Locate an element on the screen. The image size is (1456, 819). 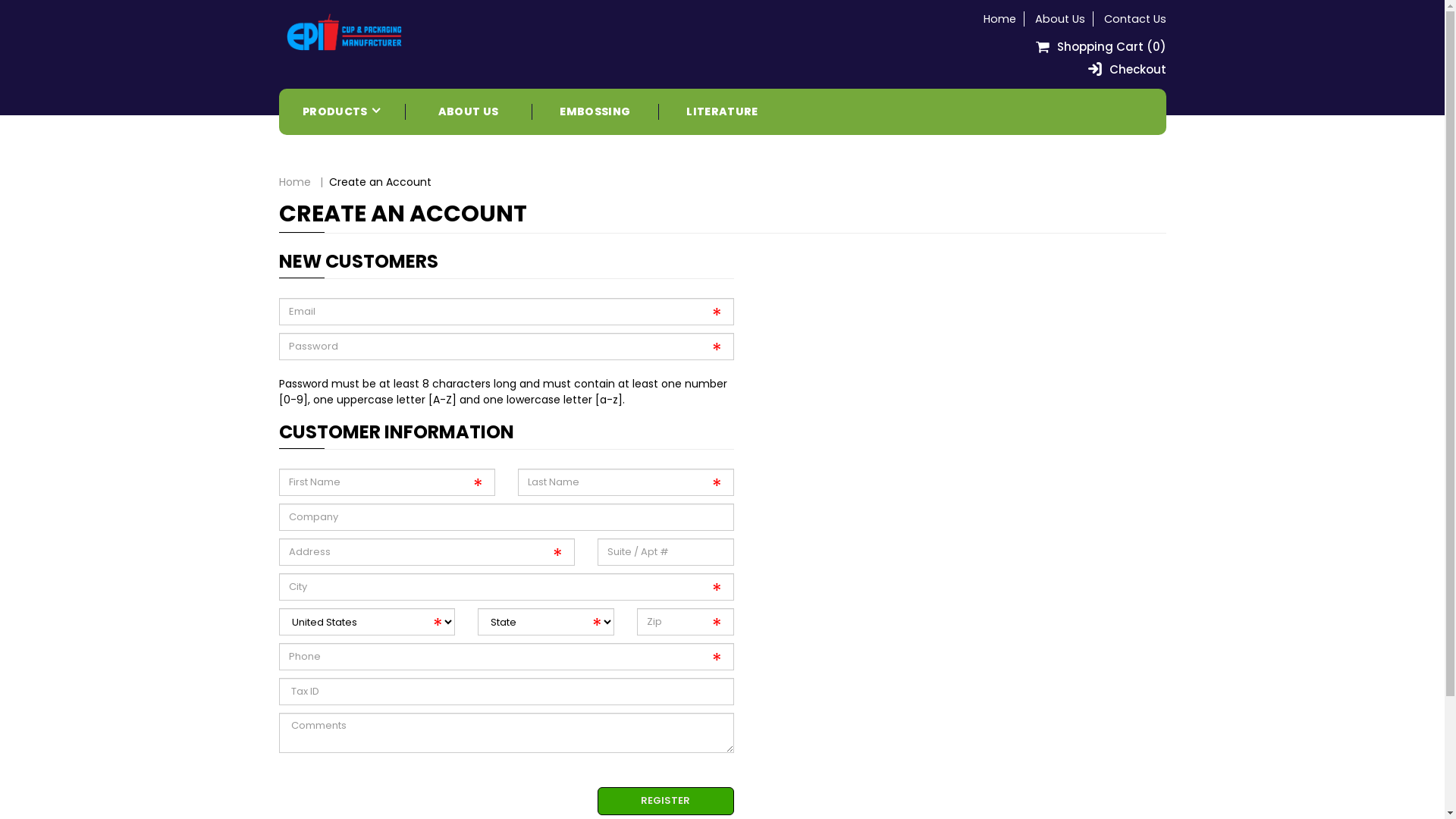
'Checkout' is located at coordinates (1122, 70).